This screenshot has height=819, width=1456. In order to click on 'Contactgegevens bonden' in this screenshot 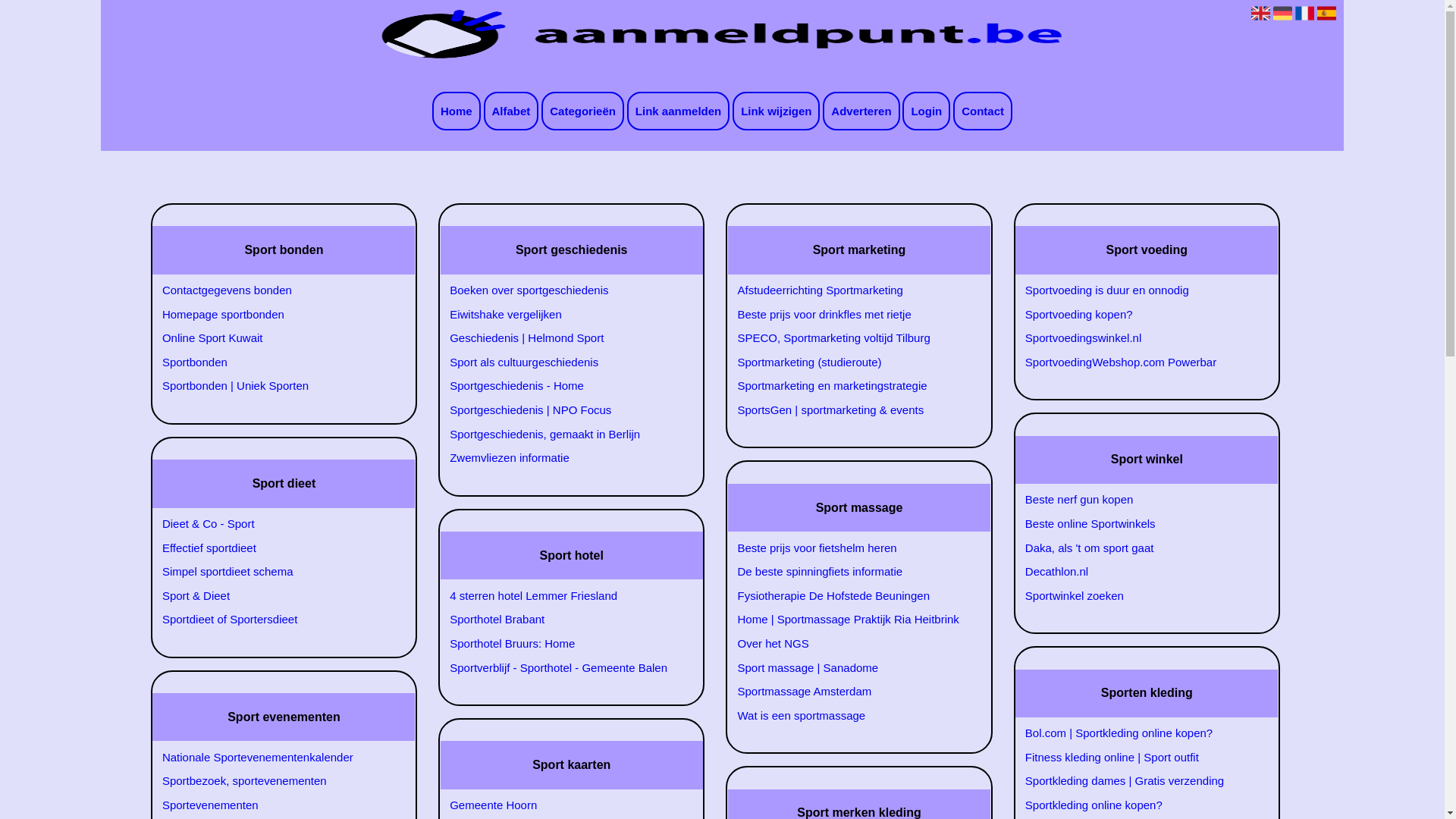, I will do `click(275, 290)`.